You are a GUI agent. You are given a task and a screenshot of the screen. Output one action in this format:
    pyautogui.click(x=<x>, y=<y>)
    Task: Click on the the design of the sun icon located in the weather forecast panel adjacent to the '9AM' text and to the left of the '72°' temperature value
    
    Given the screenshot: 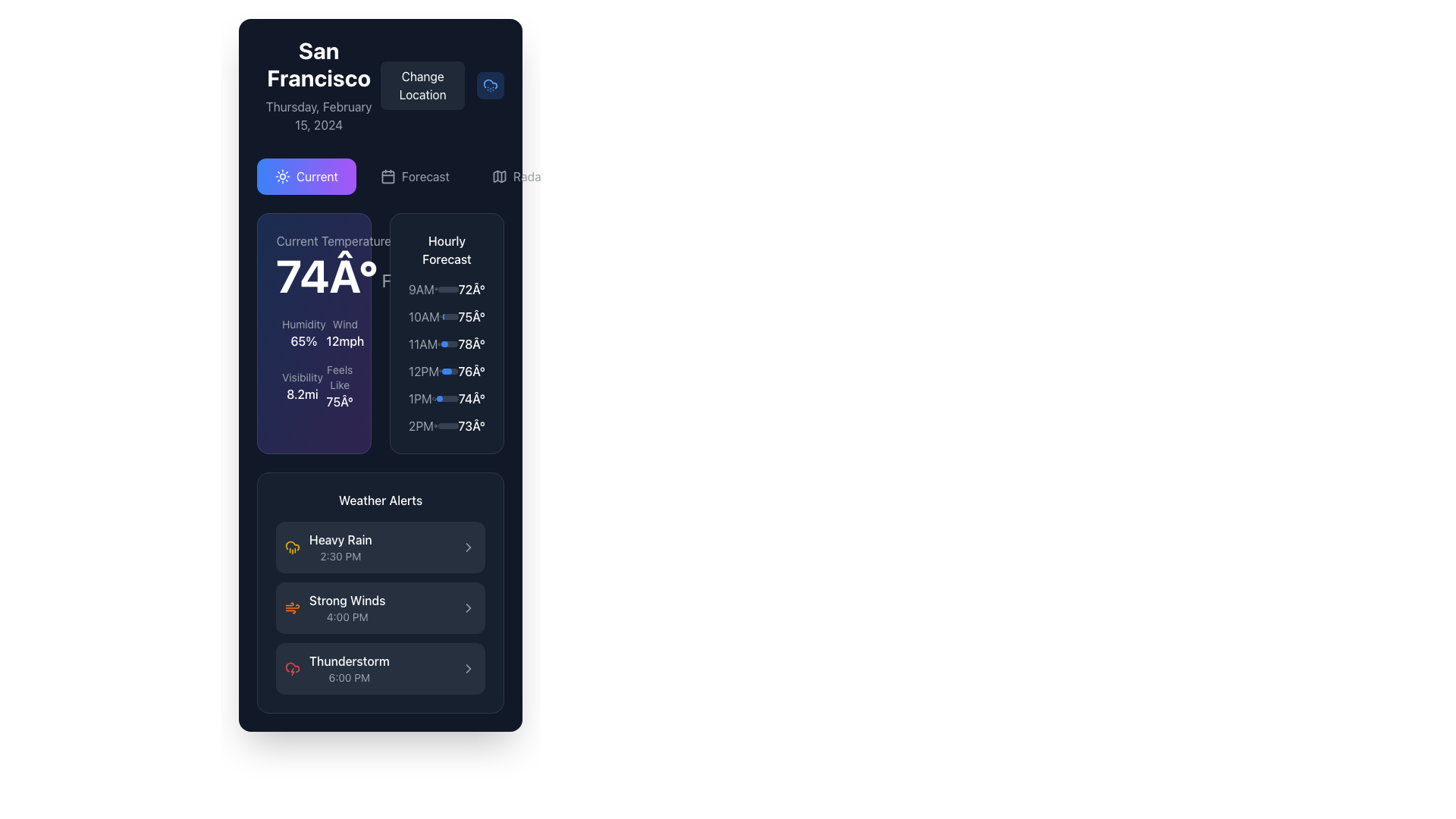 What is the action you would take?
    pyautogui.click(x=435, y=289)
    